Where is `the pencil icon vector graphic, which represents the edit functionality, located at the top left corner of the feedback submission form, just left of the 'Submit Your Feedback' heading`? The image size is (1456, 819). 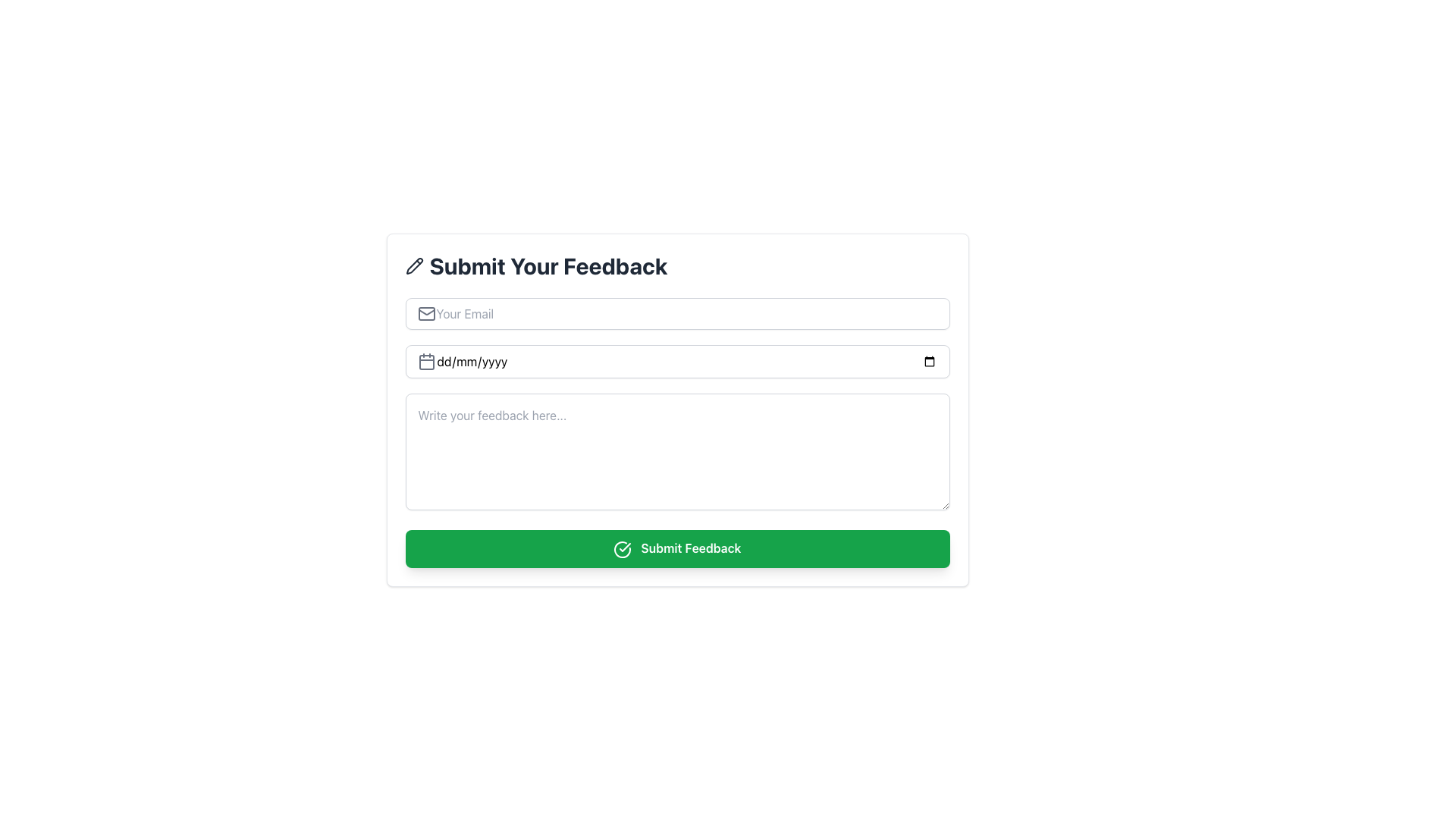 the pencil icon vector graphic, which represents the edit functionality, located at the top left corner of the feedback submission form, just left of the 'Submit Your Feedback' heading is located at coordinates (414, 265).